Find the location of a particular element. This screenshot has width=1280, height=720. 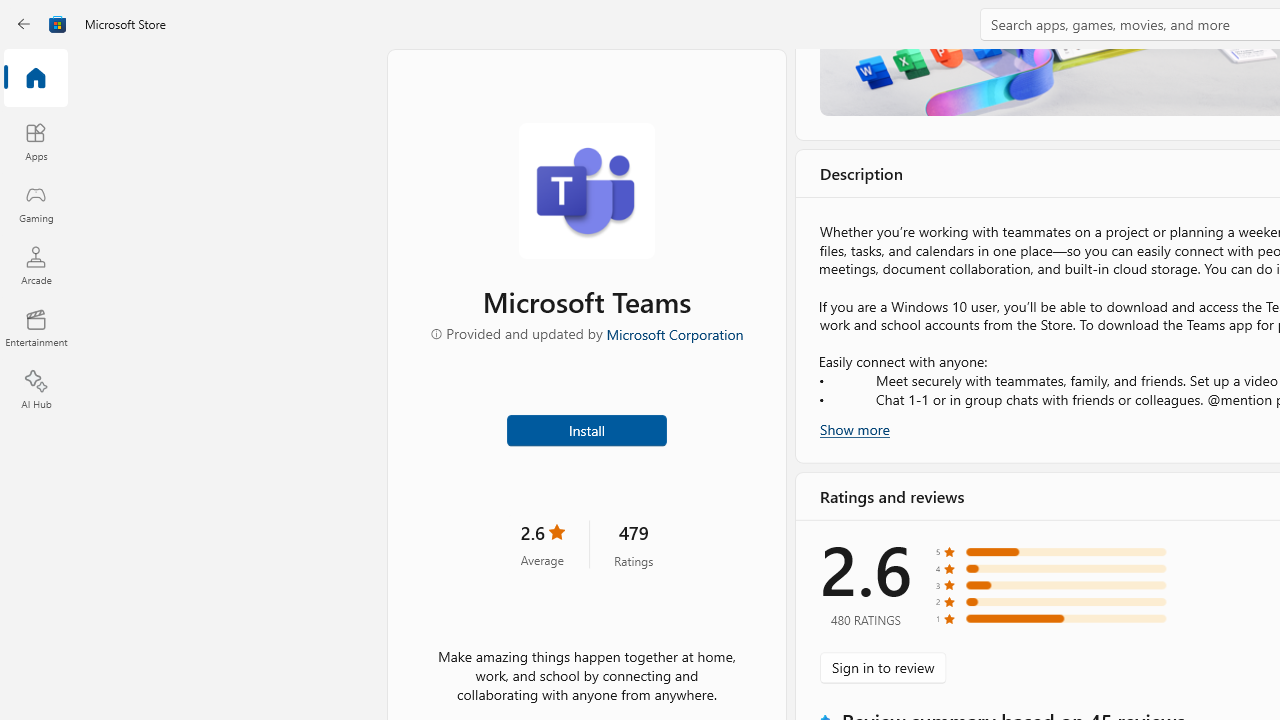

'Class: Image' is located at coordinates (58, 24).